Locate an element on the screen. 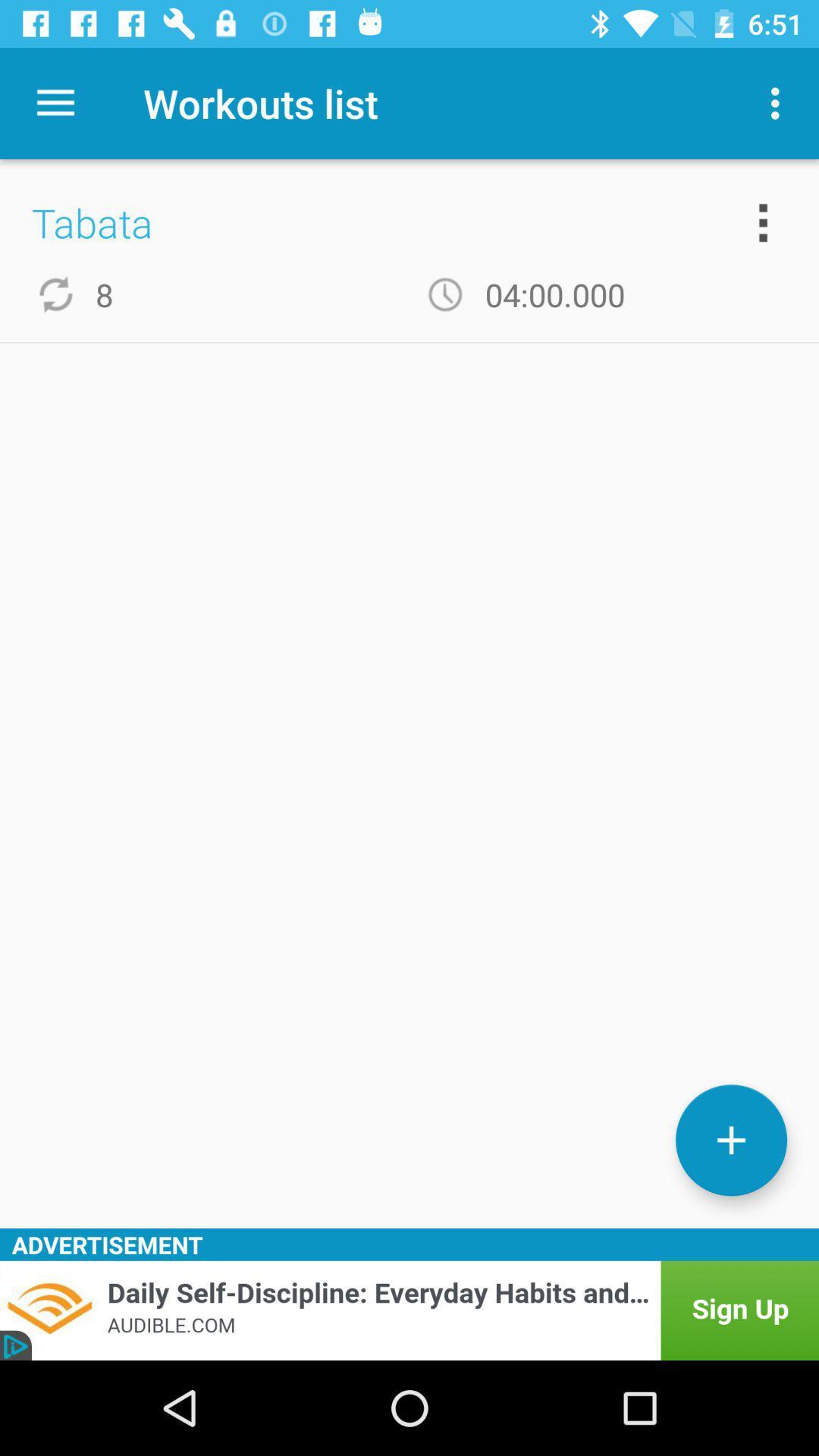  the add icon is located at coordinates (730, 1140).